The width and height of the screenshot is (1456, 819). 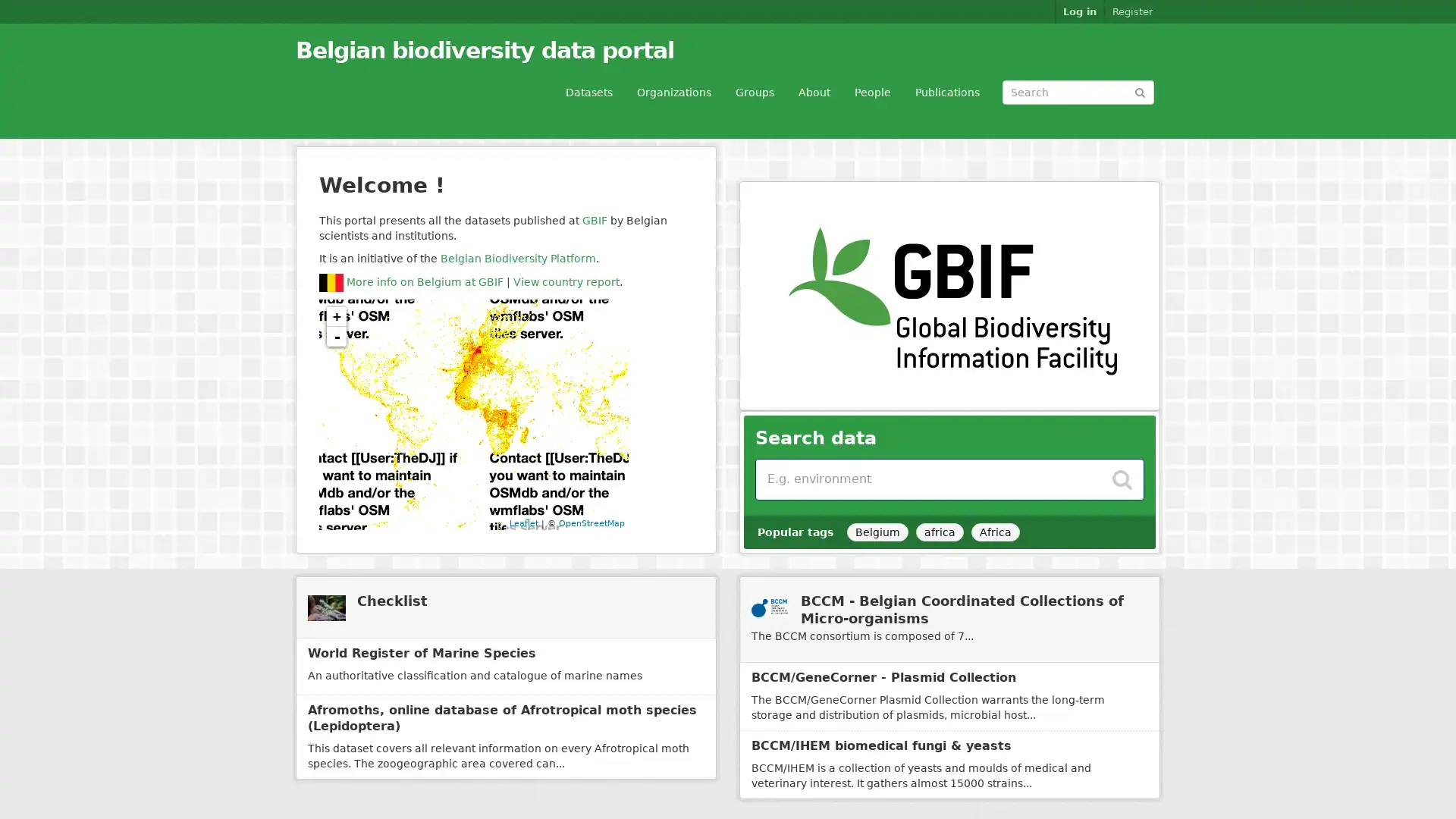 What do you see at coordinates (1140, 91) in the screenshot?
I see `Submit` at bounding box center [1140, 91].